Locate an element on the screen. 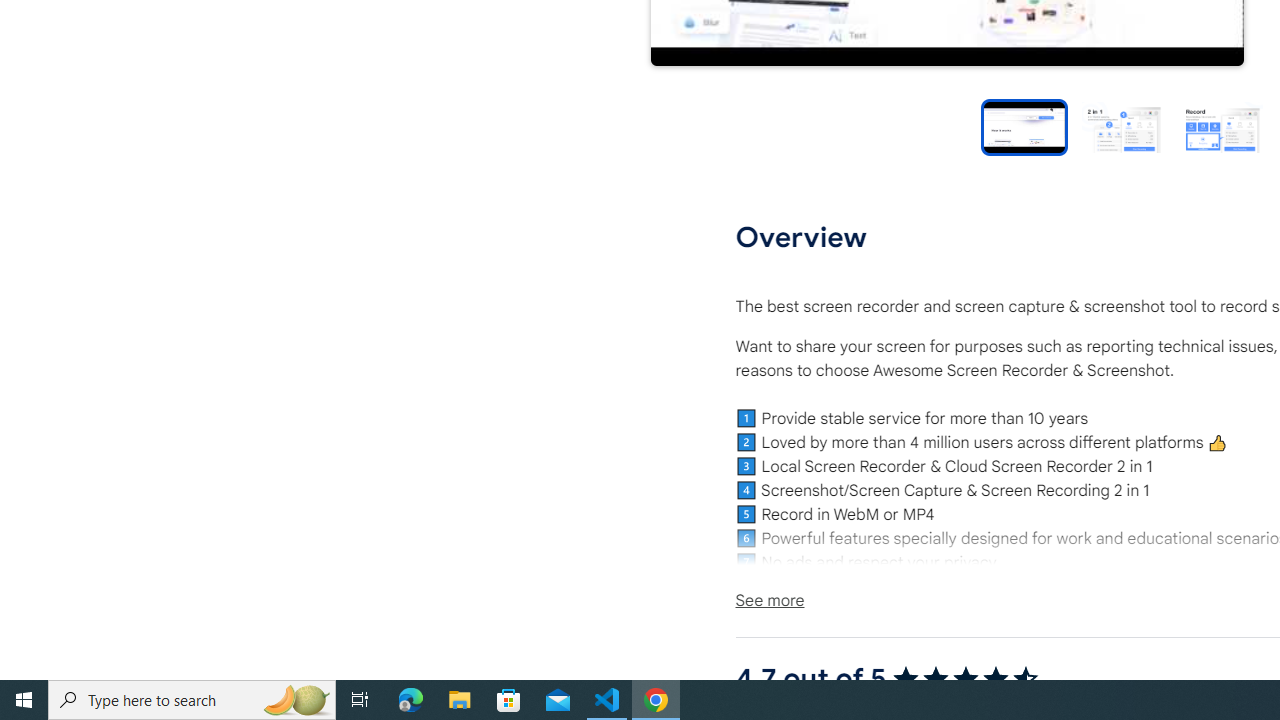 This screenshot has height=720, width=1280. 'File Explorer' is located at coordinates (459, 698).